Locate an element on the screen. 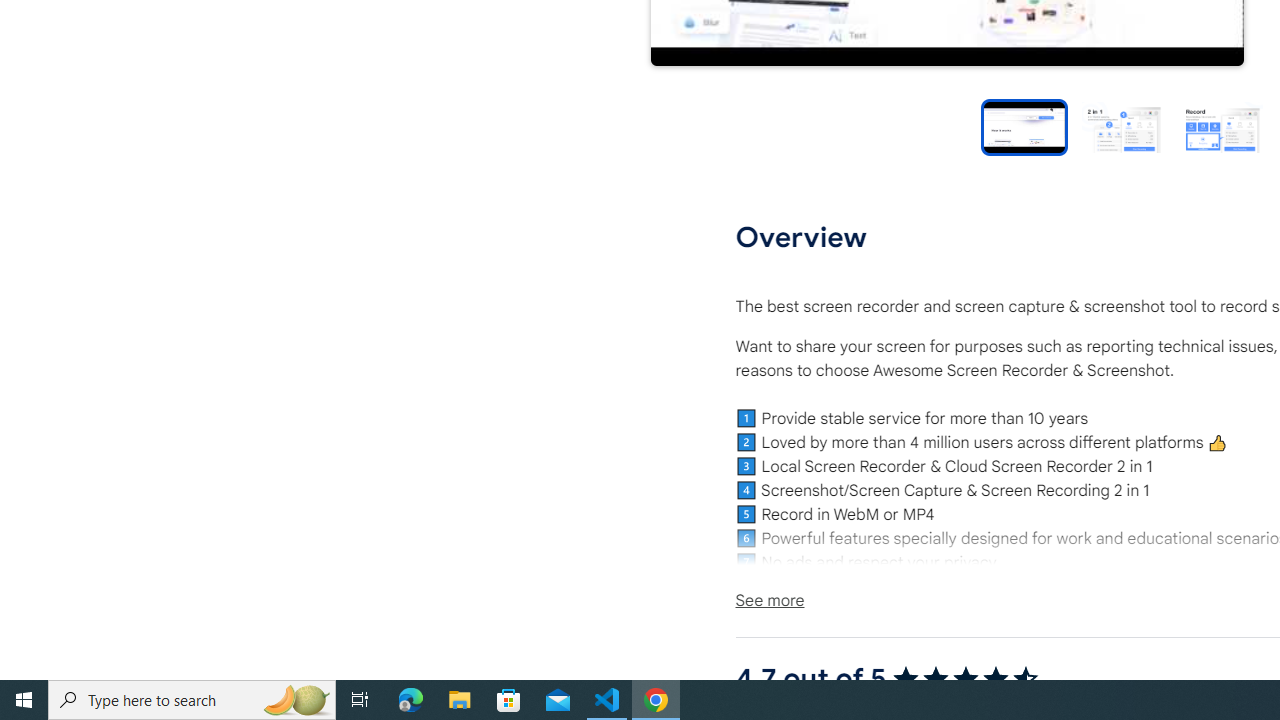 This screenshot has height=720, width=1280. 'File Explorer' is located at coordinates (459, 698).